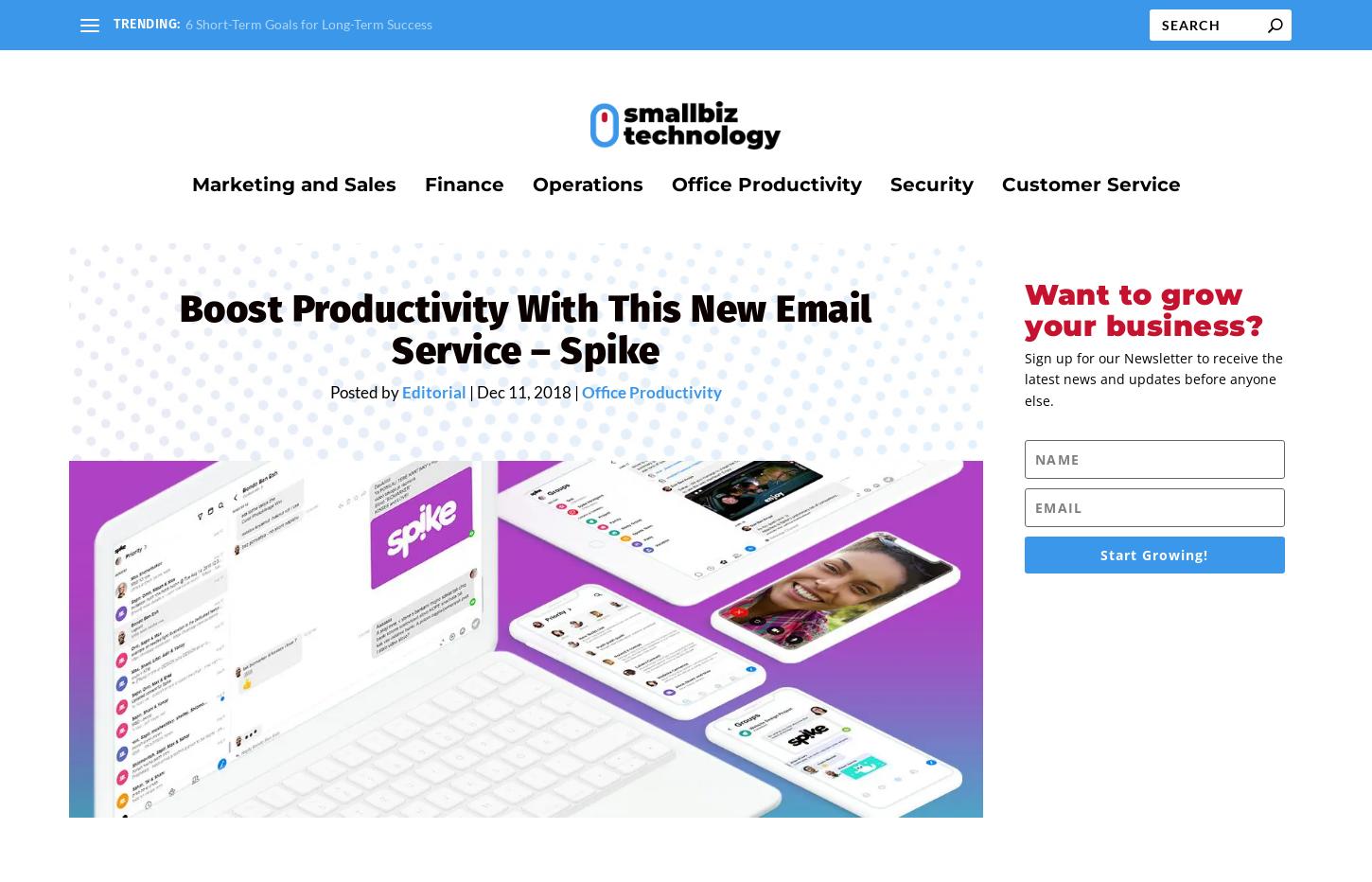 The width and height of the screenshot is (1372, 882). I want to click on 'Editorial', so click(432, 404).